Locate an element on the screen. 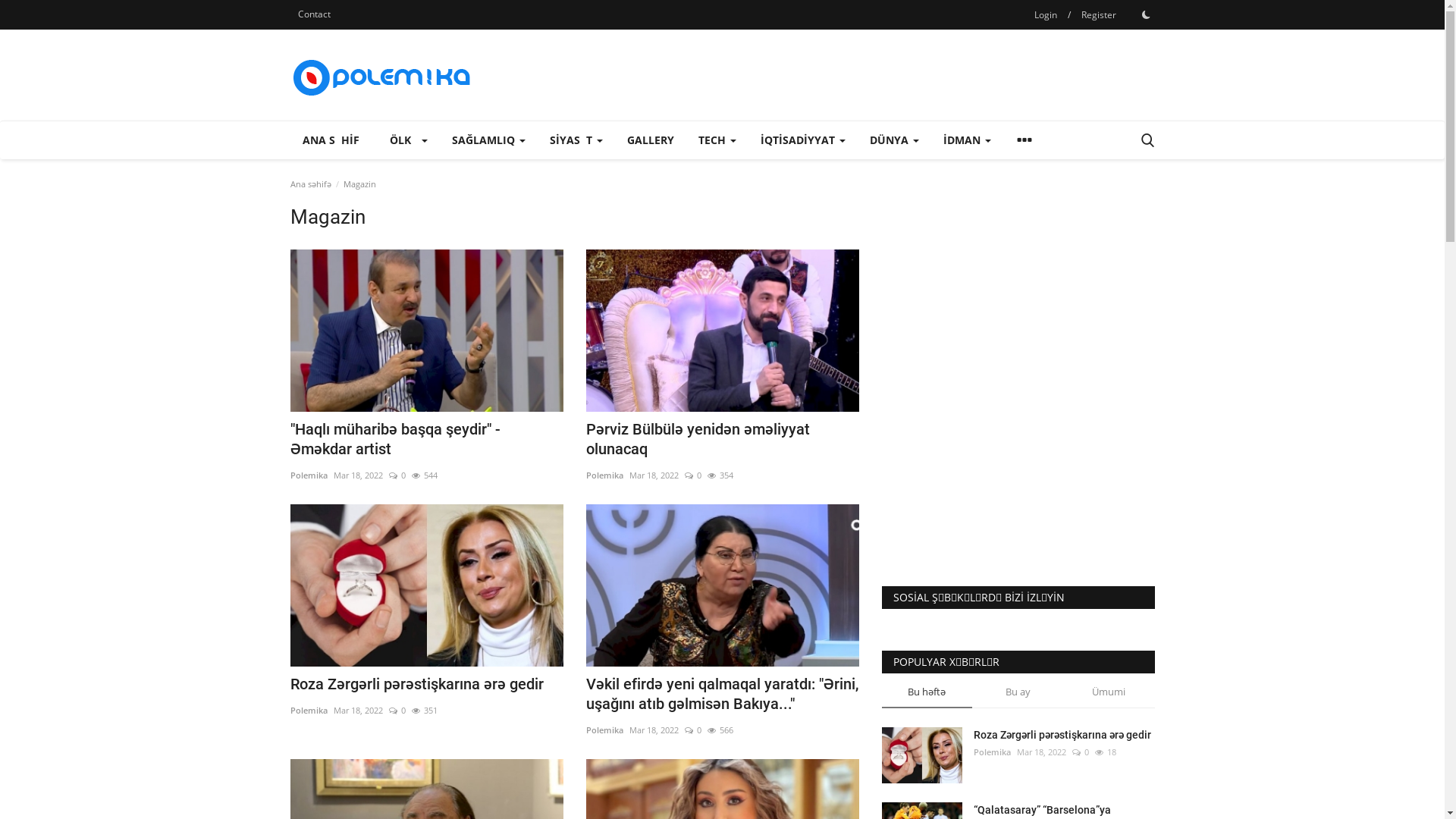  '1' is located at coordinates (1146, 14).